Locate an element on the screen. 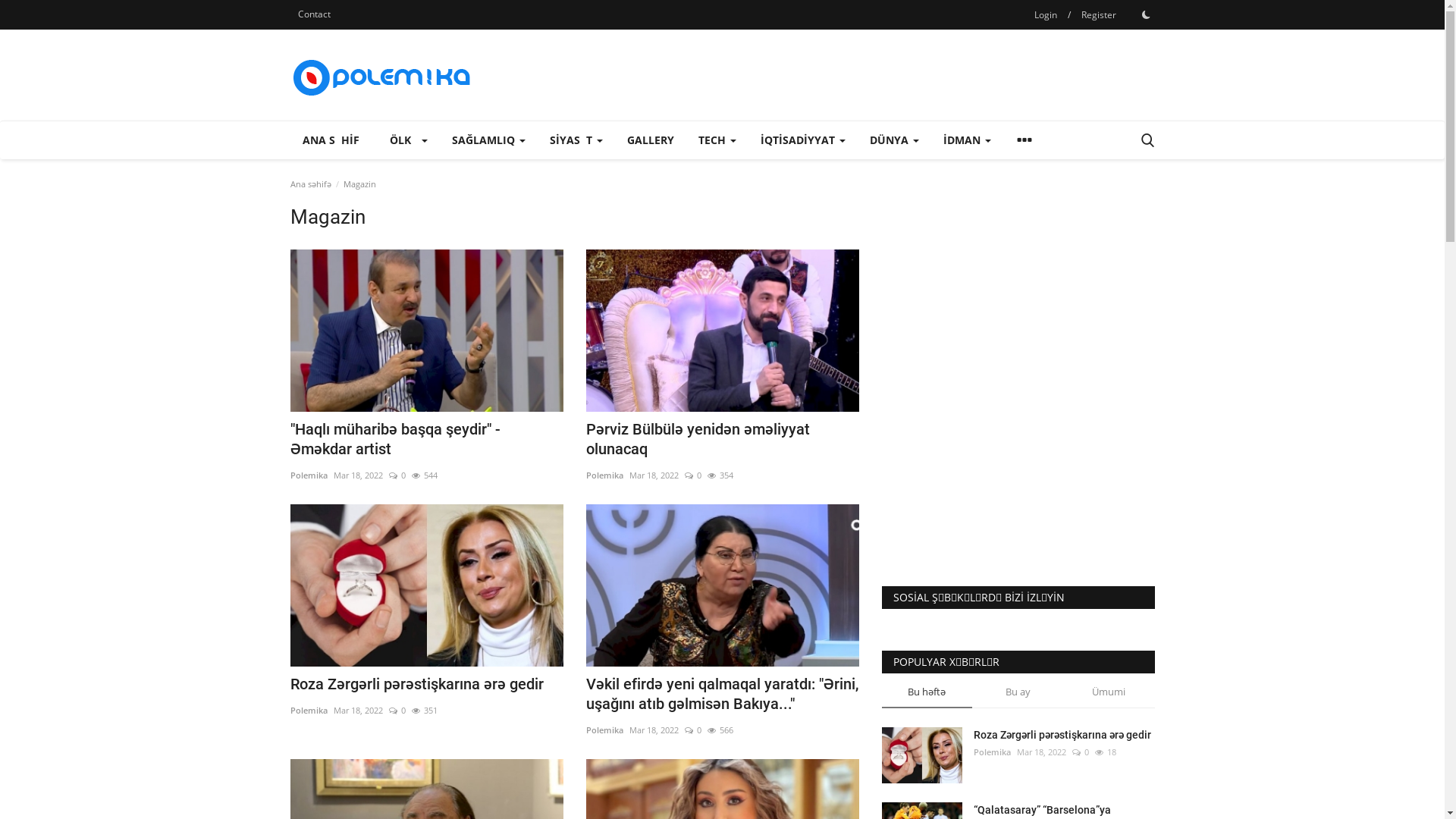  '1' is located at coordinates (1146, 14).